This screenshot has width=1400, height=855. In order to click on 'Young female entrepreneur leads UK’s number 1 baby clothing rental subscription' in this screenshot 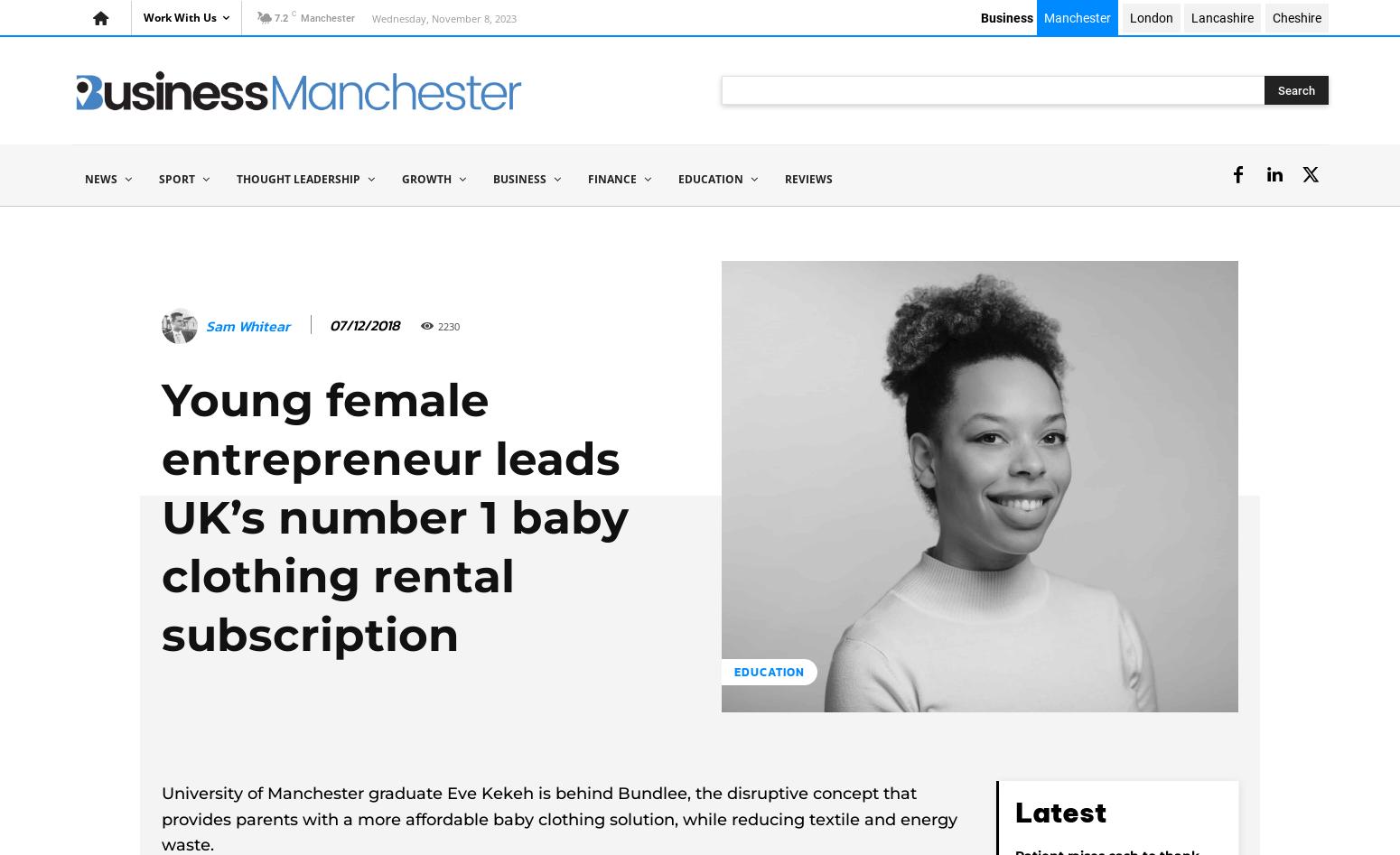, I will do `click(395, 517)`.